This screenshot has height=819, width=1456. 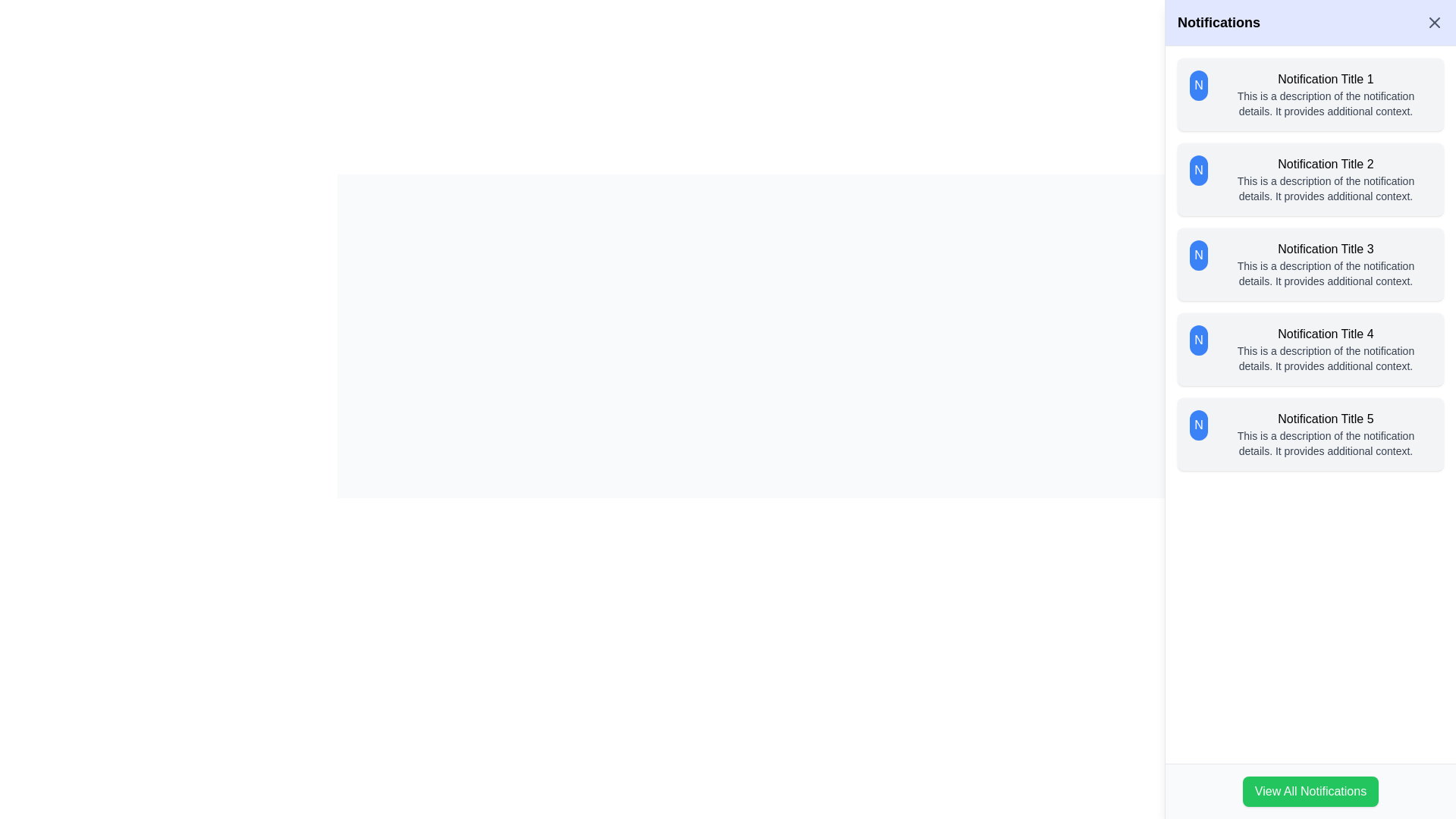 I want to click on the text label displaying 'Notification Title 2' in the second notification item of the right-hand panel, so click(x=1325, y=164).